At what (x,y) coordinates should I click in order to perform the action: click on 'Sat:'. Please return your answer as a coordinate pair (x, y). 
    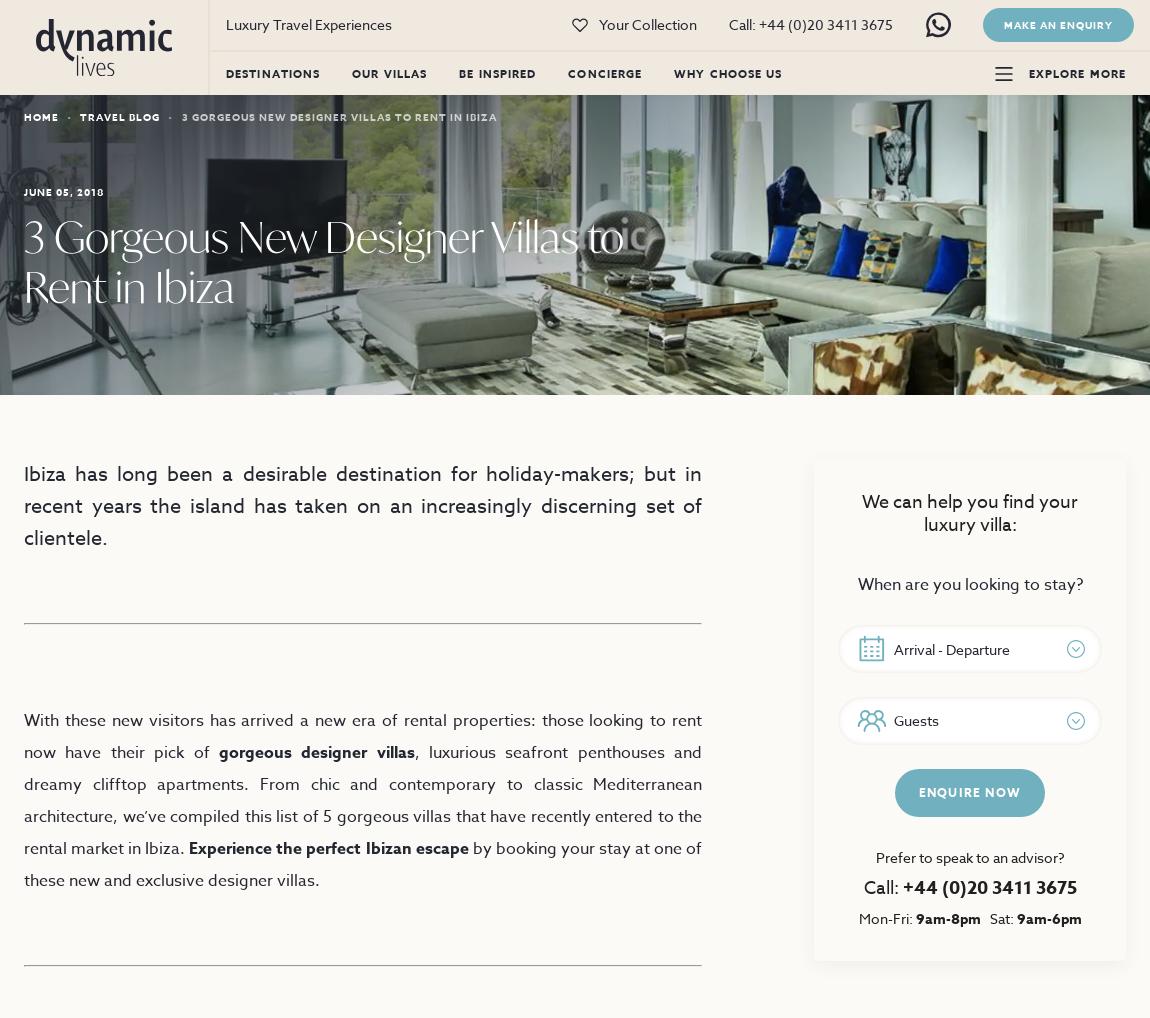
    Looking at the image, I should click on (997, 917).